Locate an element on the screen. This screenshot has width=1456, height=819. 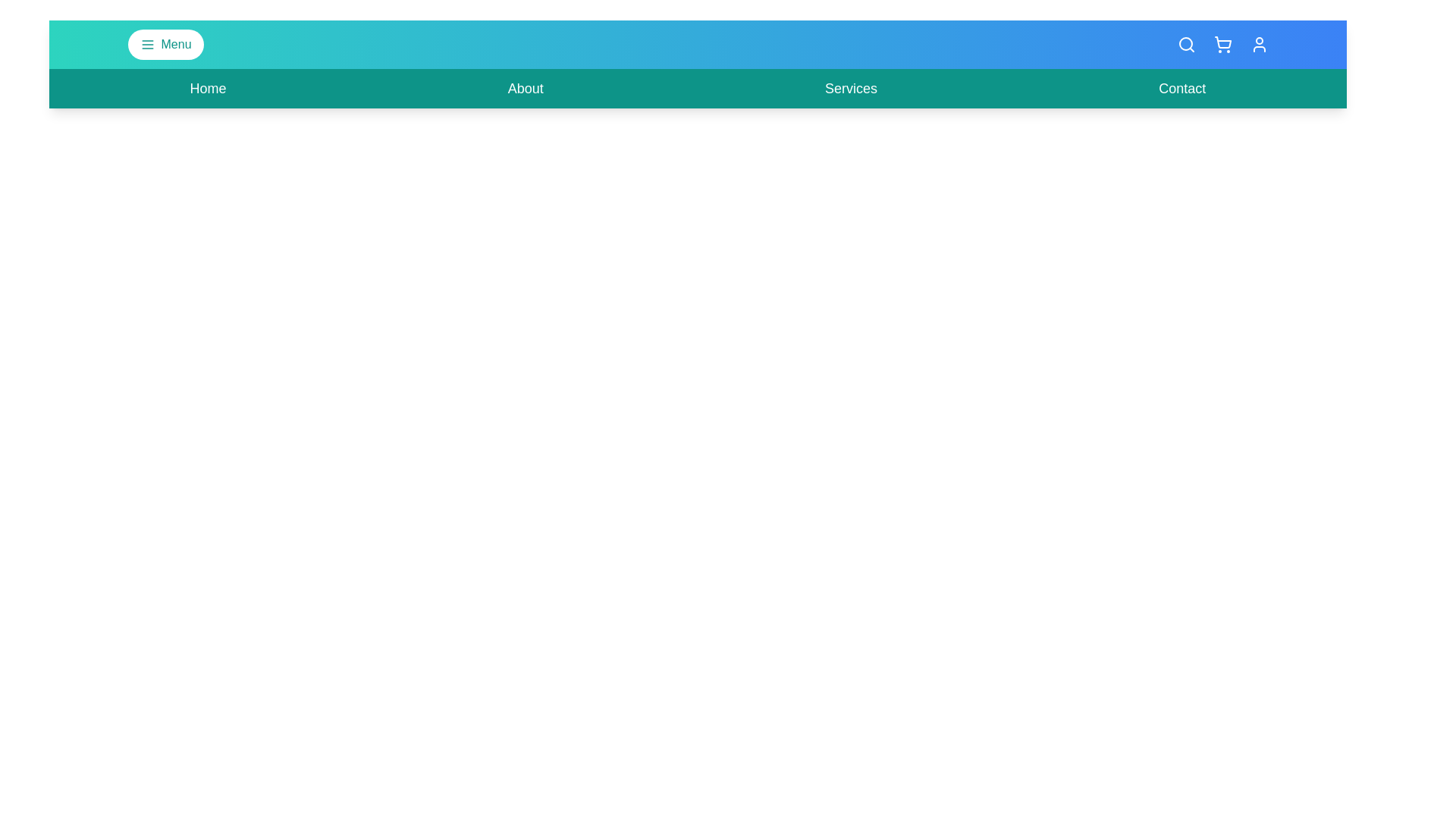
the 'Home' navigation link is located at coordinates (207, 88).